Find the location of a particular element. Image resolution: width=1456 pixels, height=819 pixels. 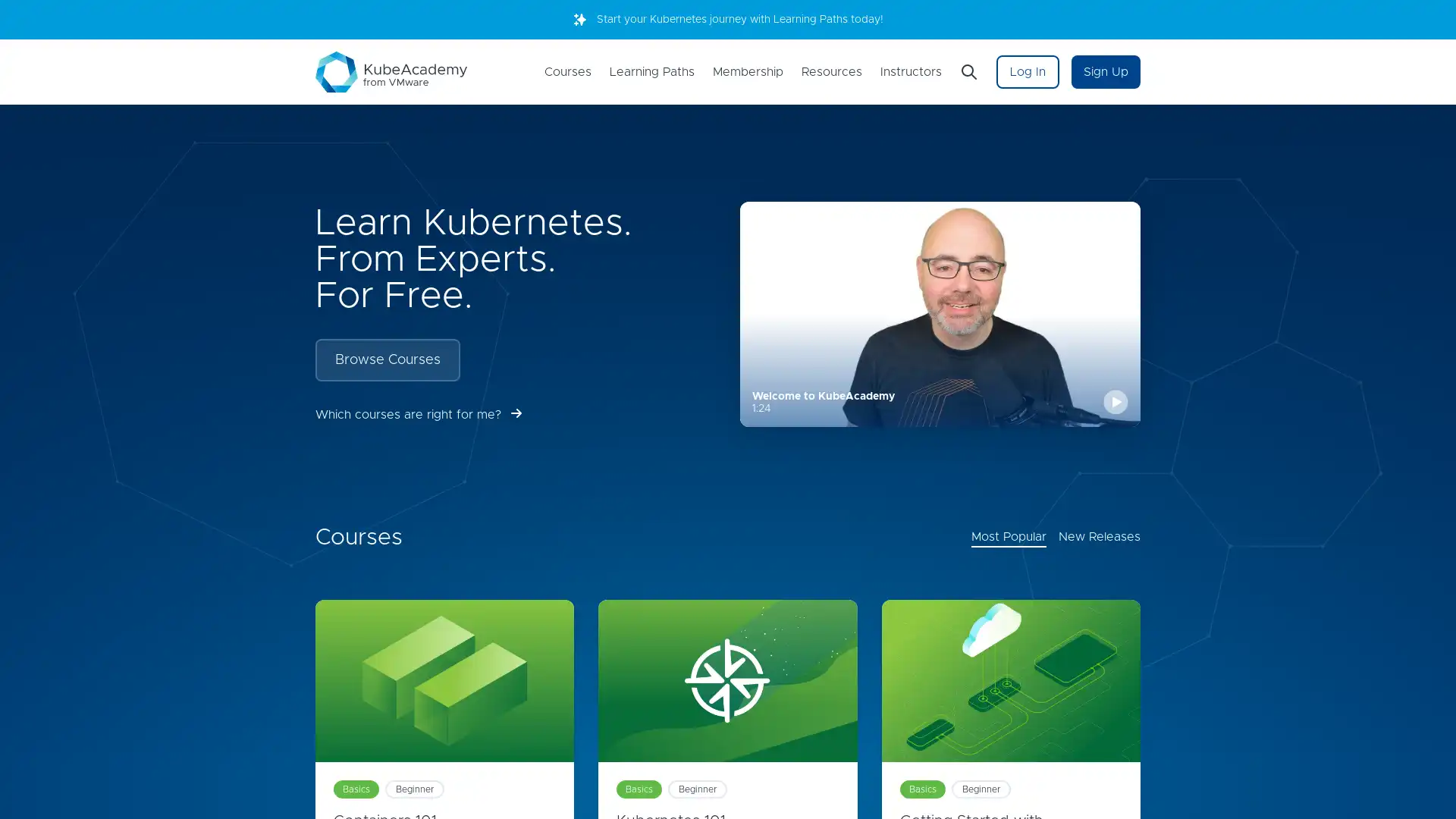

New Releases is located at coordinates (1099, 537).